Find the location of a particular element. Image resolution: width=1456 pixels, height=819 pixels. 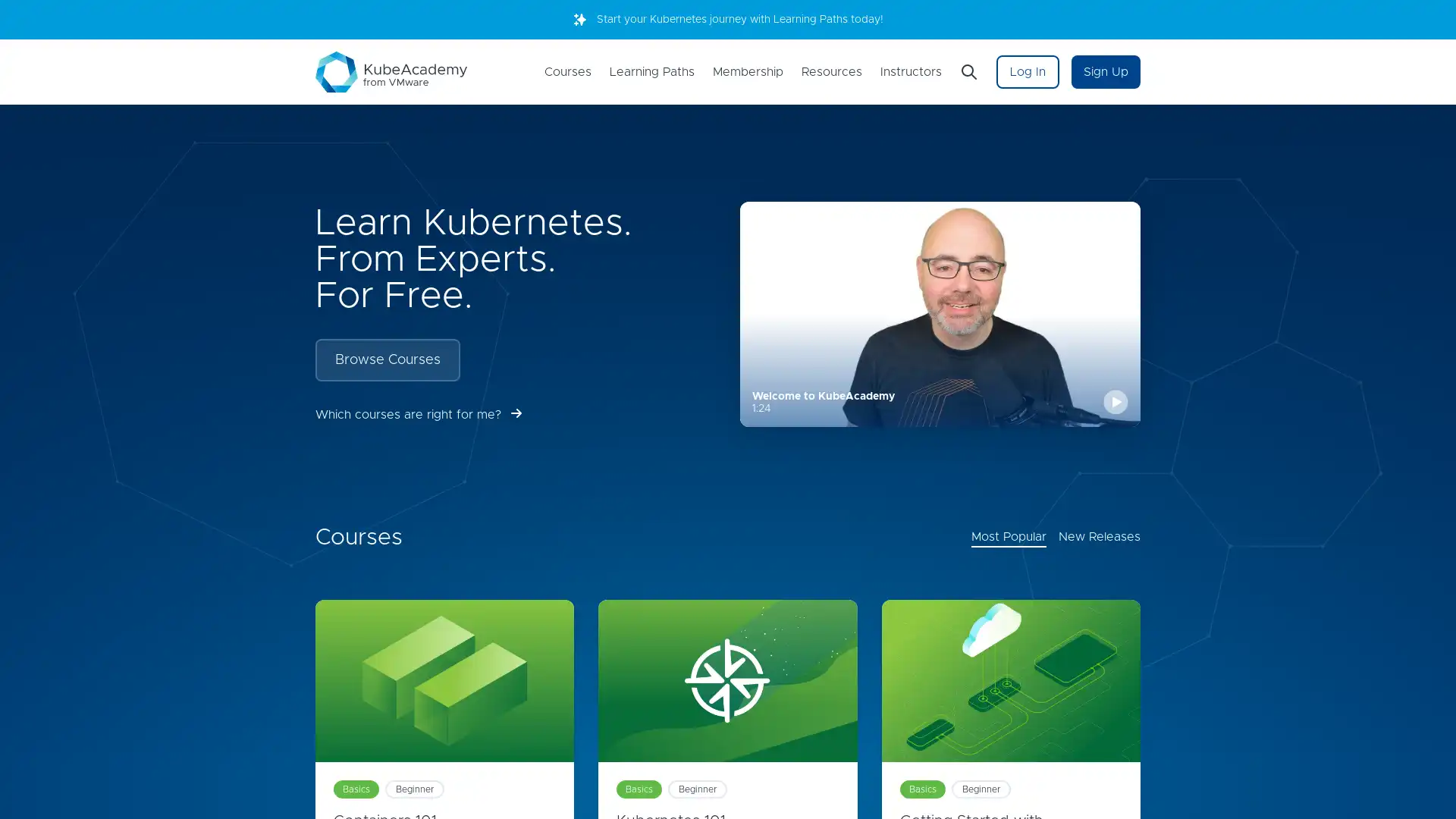

New Releases is located at coordinates (1099, 537).